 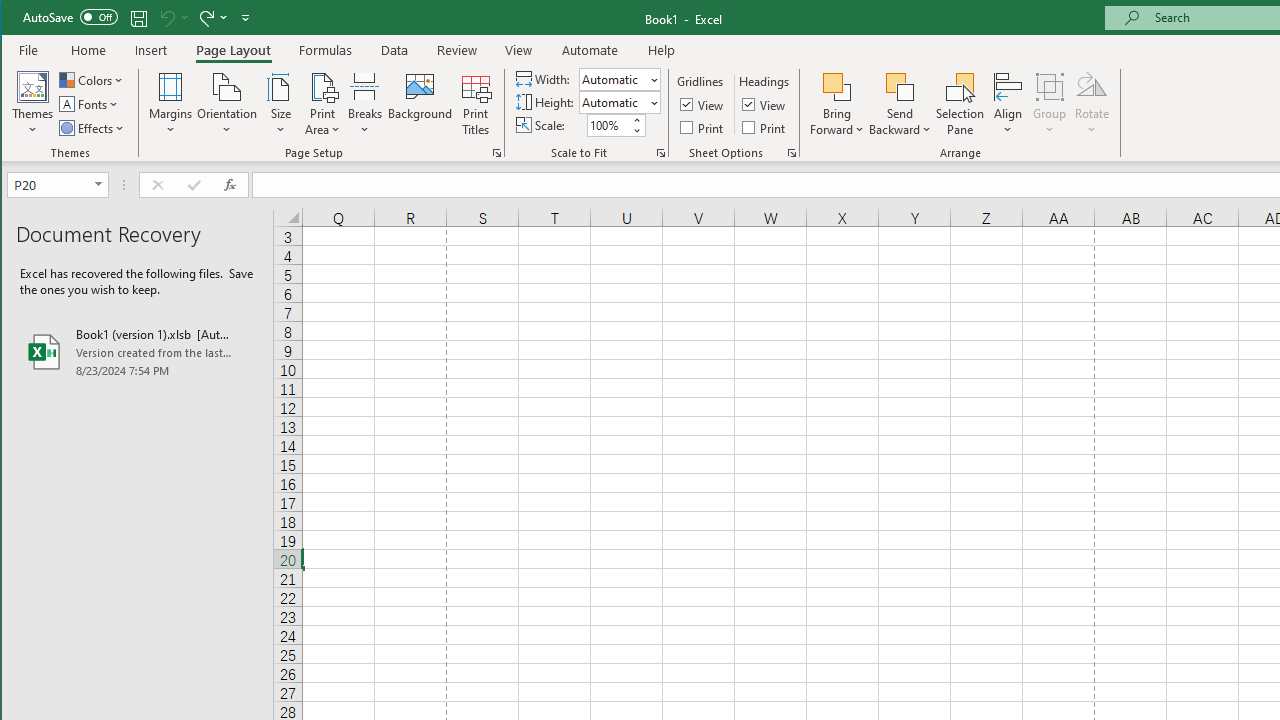 I want to click on 'Height', so click(x=618, y=102).